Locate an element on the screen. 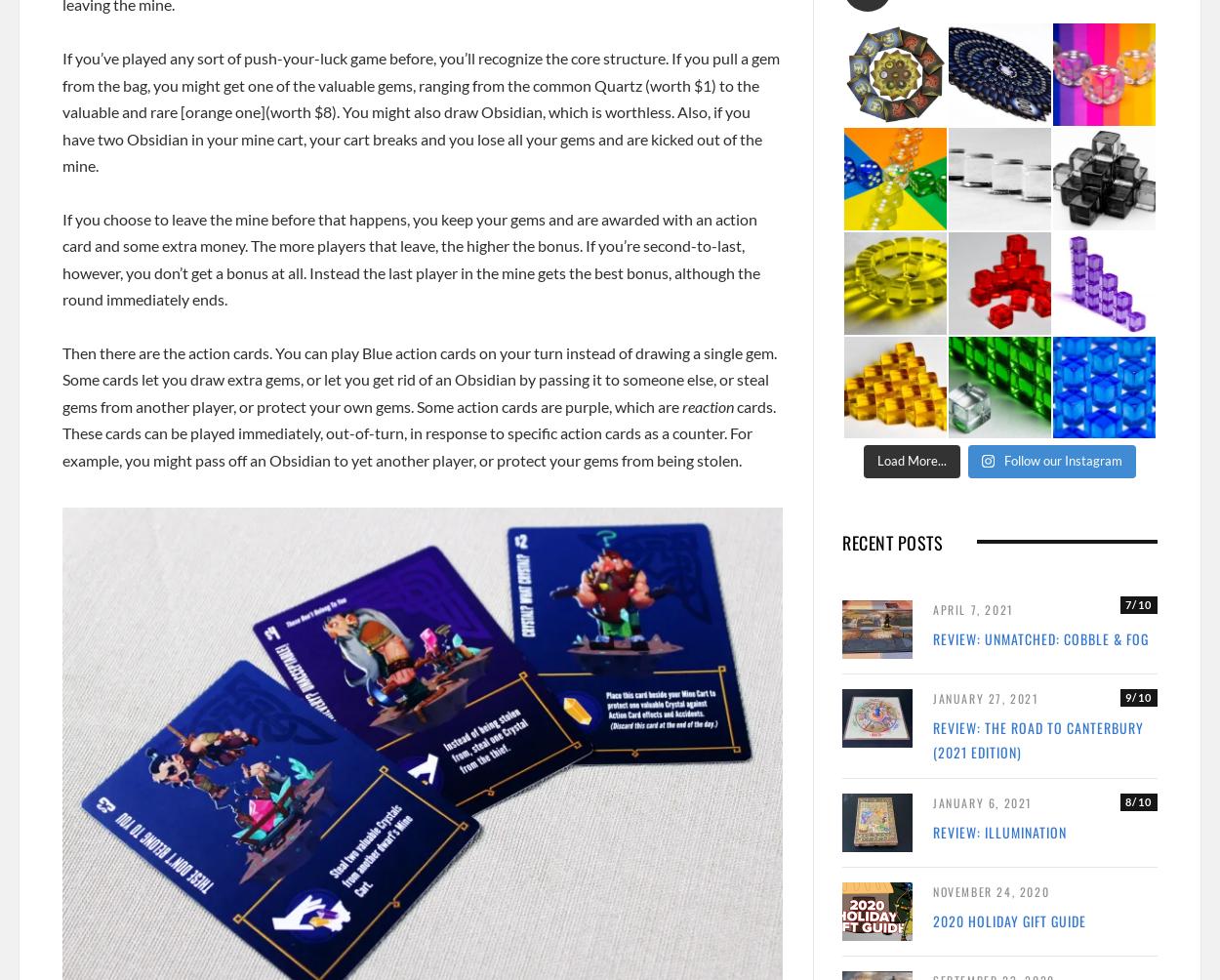  'reaction' is located at coordinates (707, 404).